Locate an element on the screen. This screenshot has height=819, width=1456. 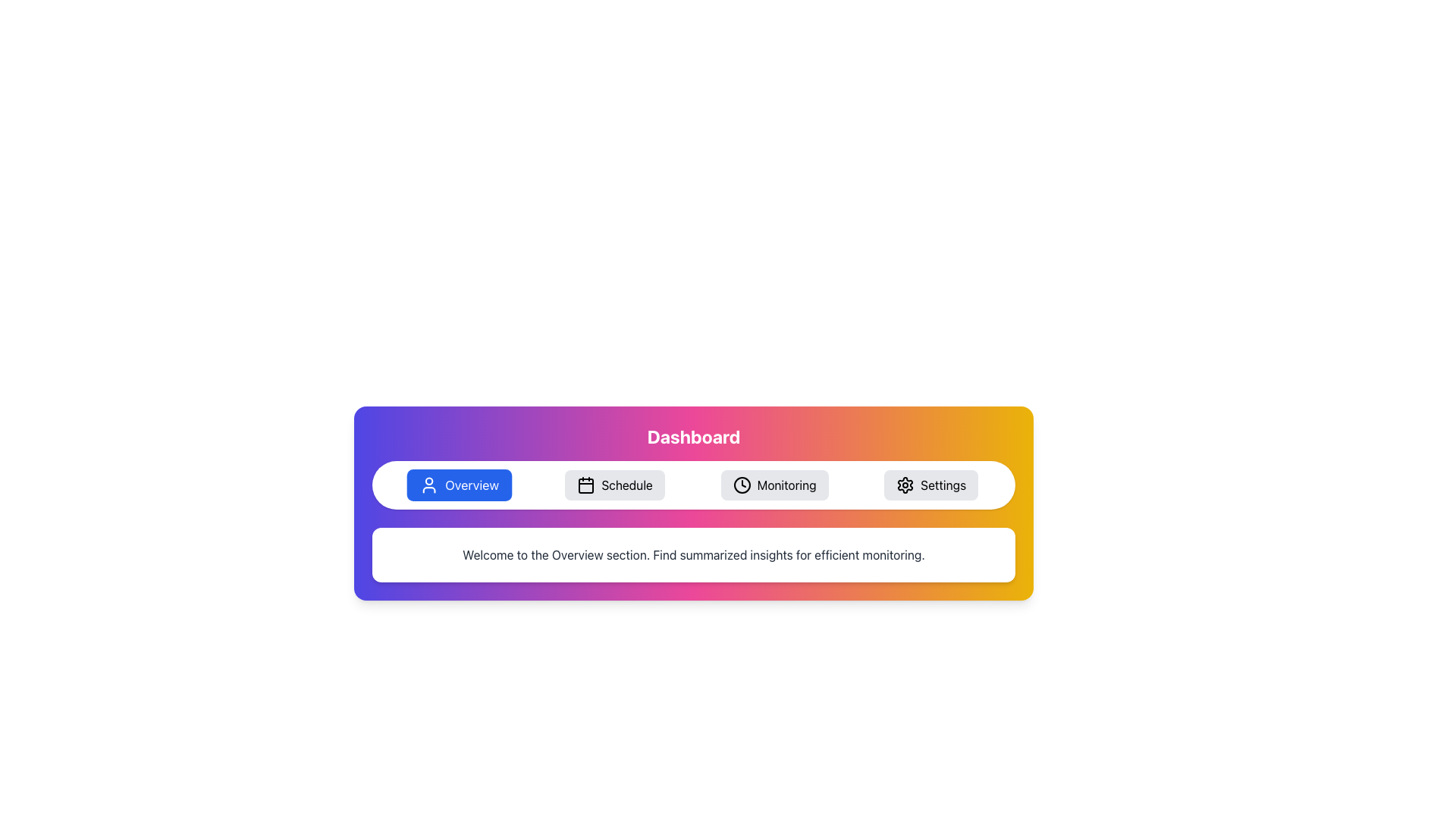
the settings icon resembling a cog or gear located at the far-right of the navigation bar is located at coordinates (905, 485).